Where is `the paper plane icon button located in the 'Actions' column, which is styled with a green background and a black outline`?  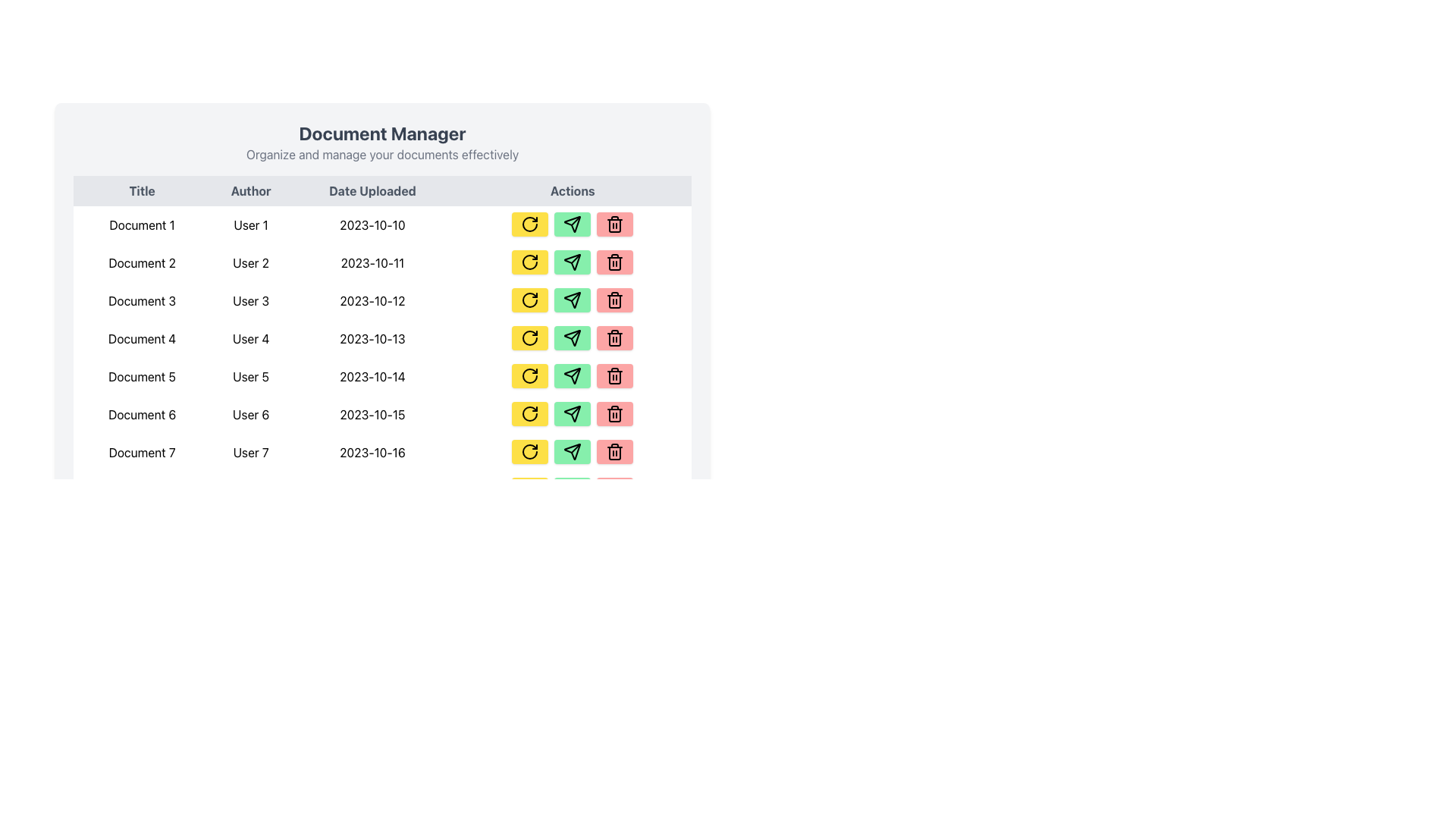
the paper plane icon button located in the 'Actions' column, which is styled with a green background and a black outline is located at coordinates (572, 224).